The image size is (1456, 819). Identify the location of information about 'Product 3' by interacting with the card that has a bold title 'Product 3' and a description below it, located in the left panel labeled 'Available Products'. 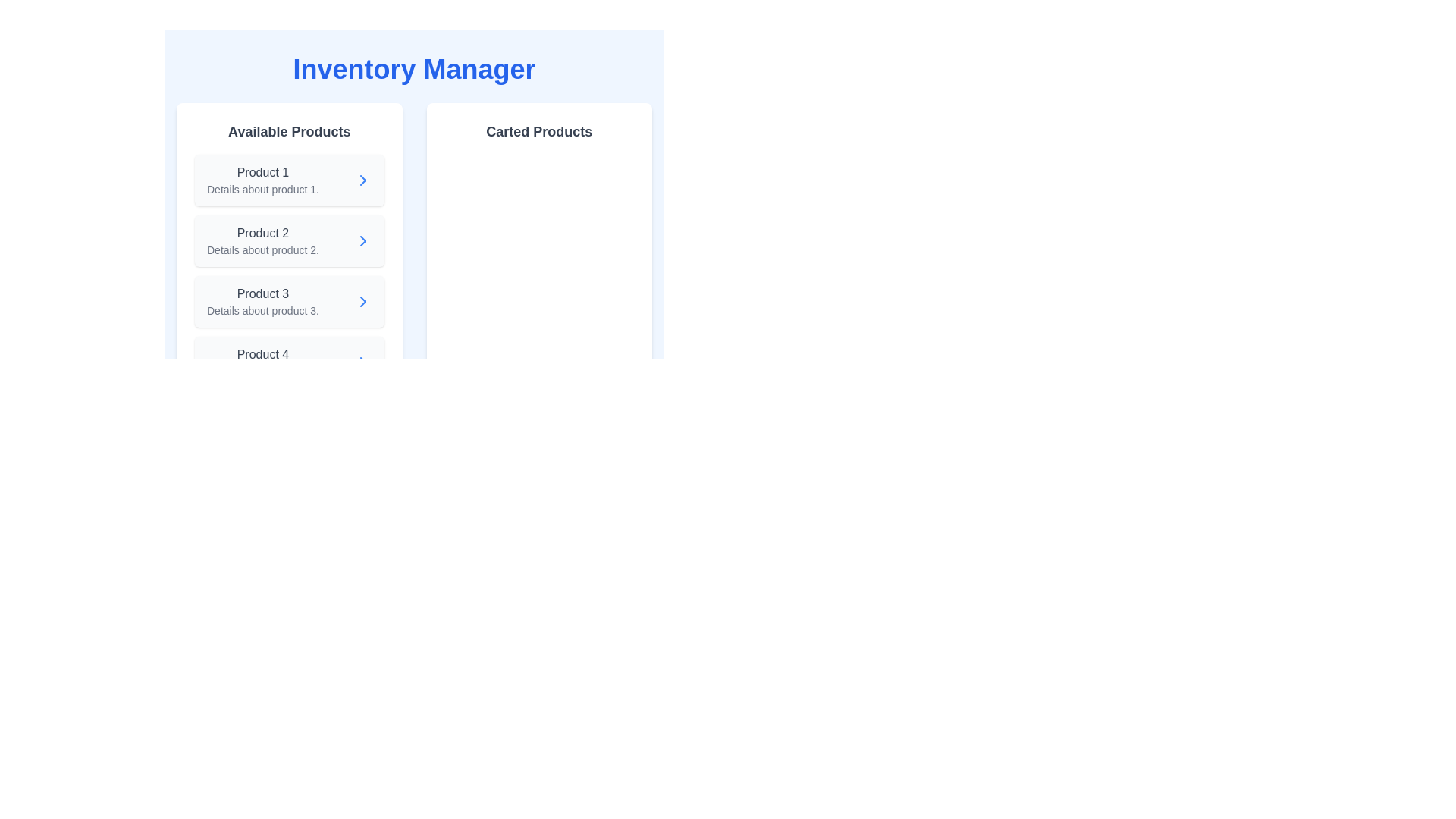
(289, 301).